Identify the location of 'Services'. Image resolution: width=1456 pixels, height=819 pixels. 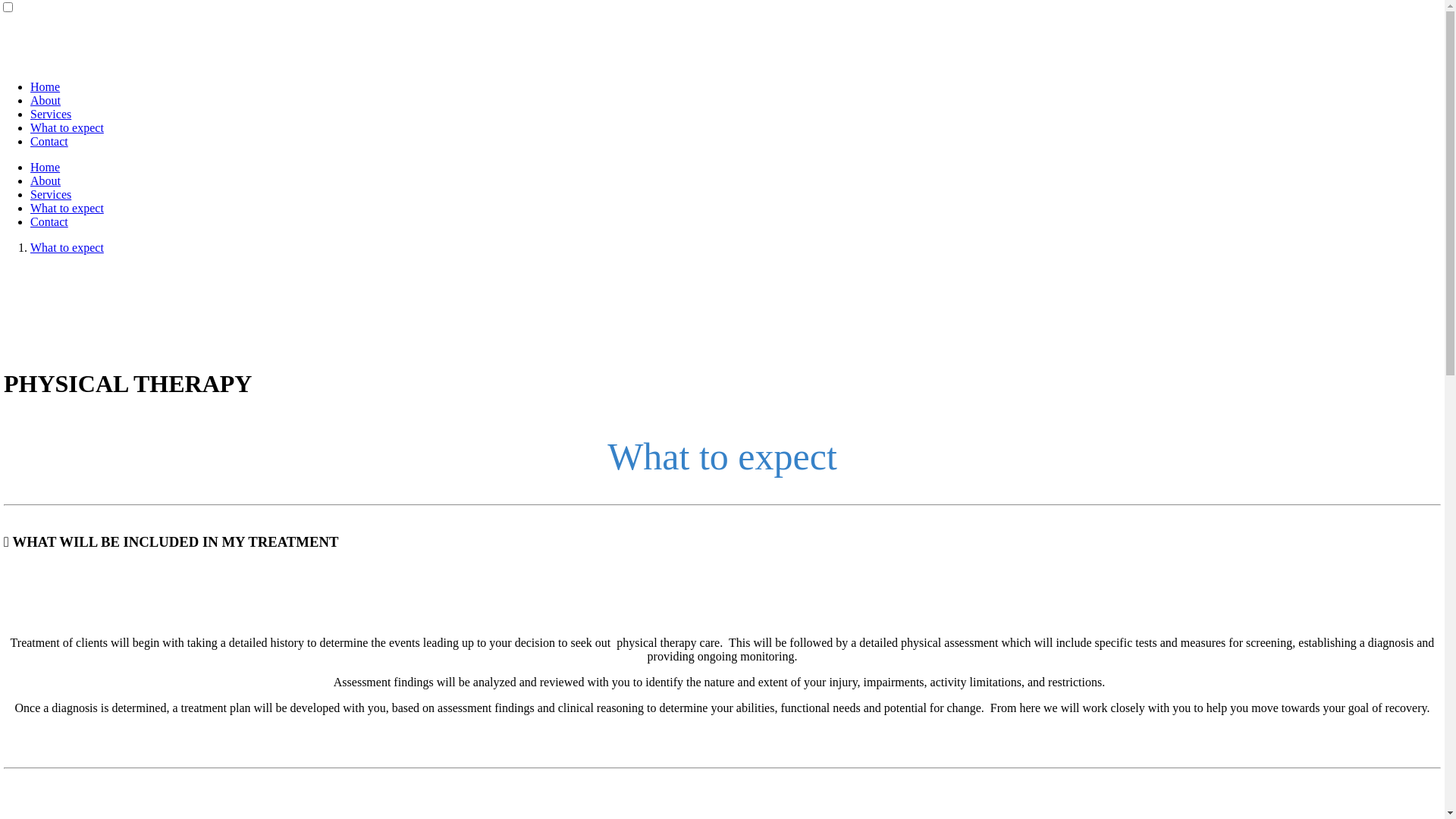
(30, 193).